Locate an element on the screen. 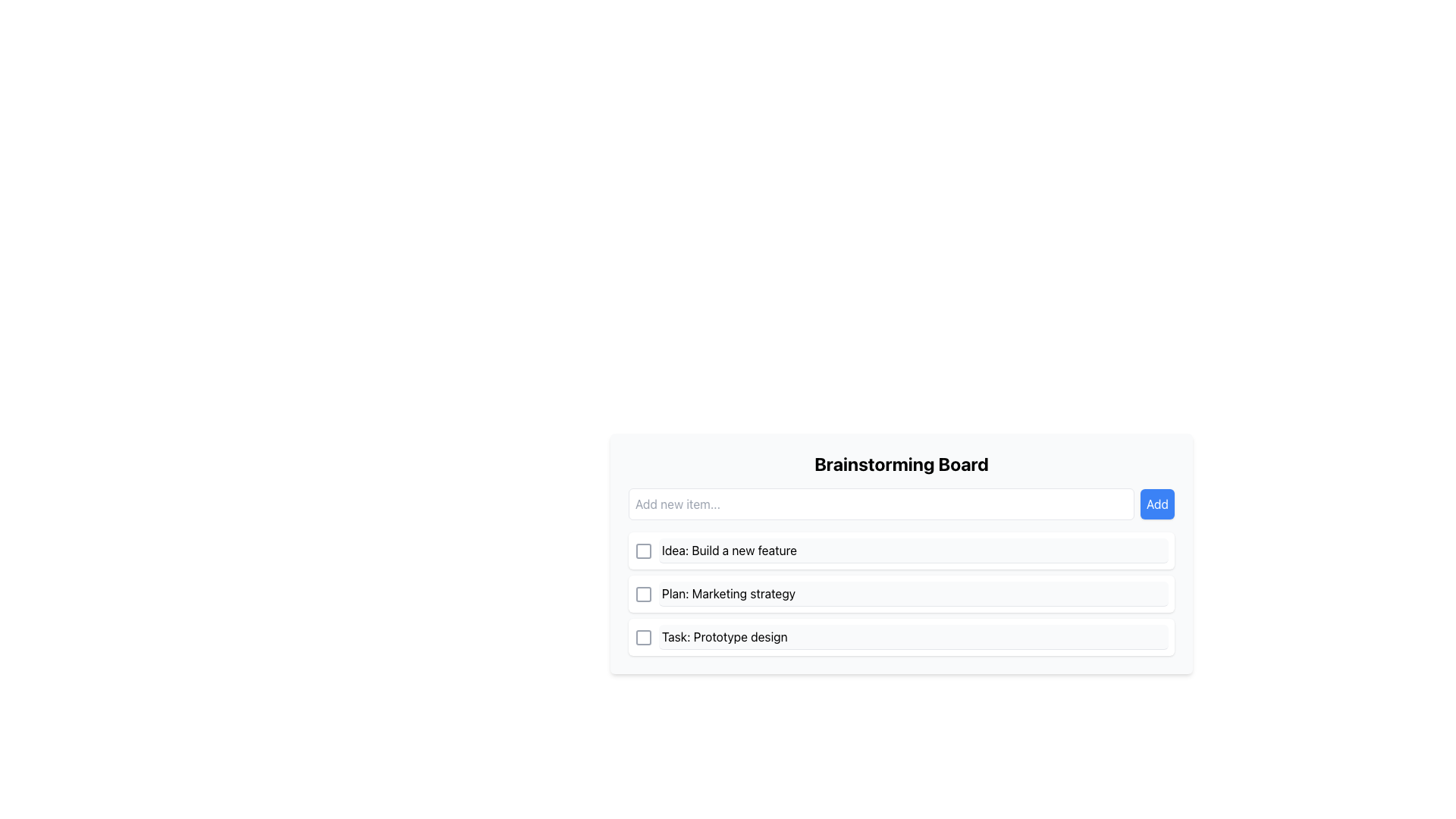  the unfilled checkbox that is positioned to the left of the text 'Idea: Build a new feature' is located at coordinates (644, 551).